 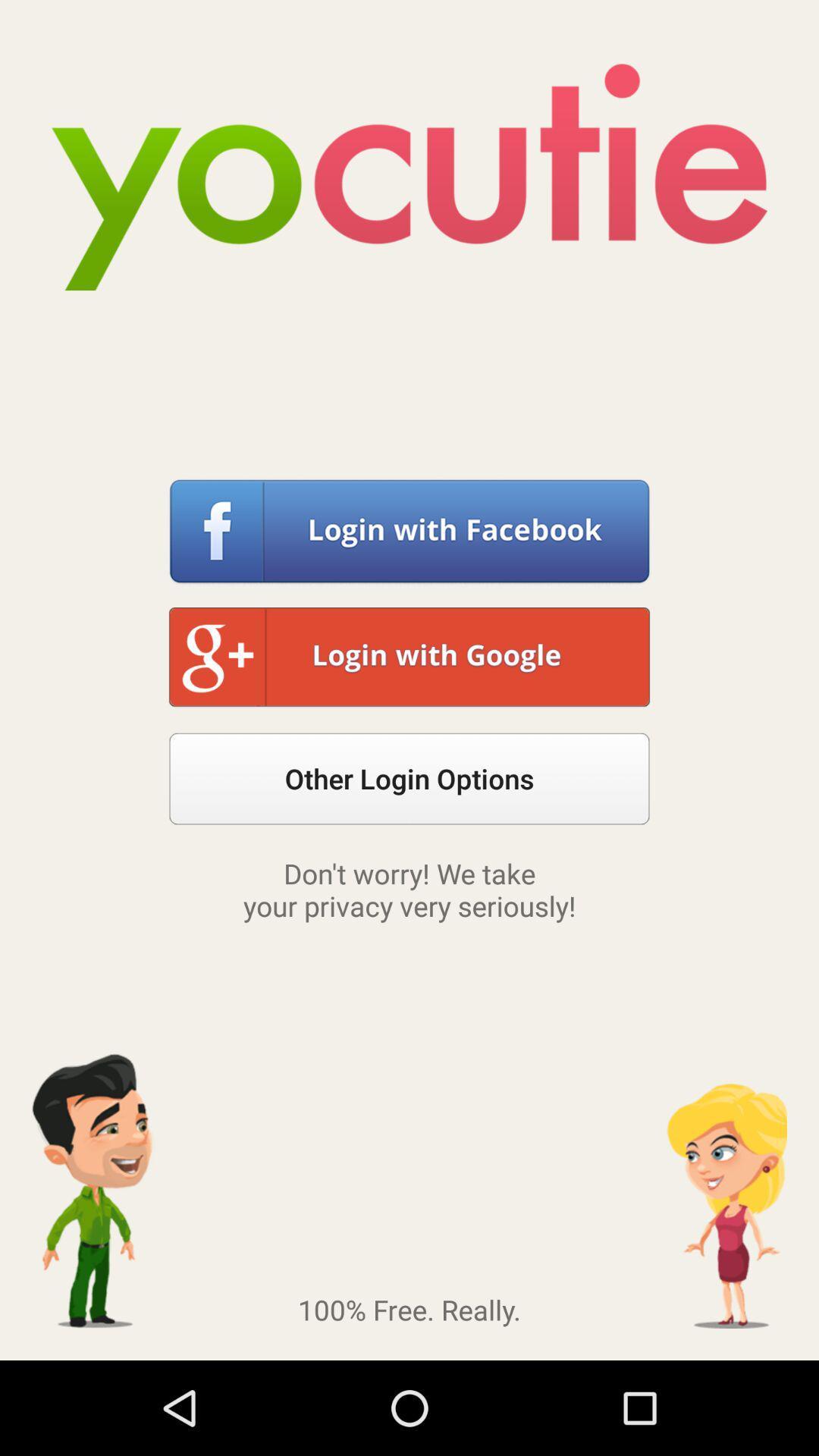 What do you see at coordinates (409, 779) in the screenshot?
I see `icon above the don t worry icon` at bounding box center [409, 779].